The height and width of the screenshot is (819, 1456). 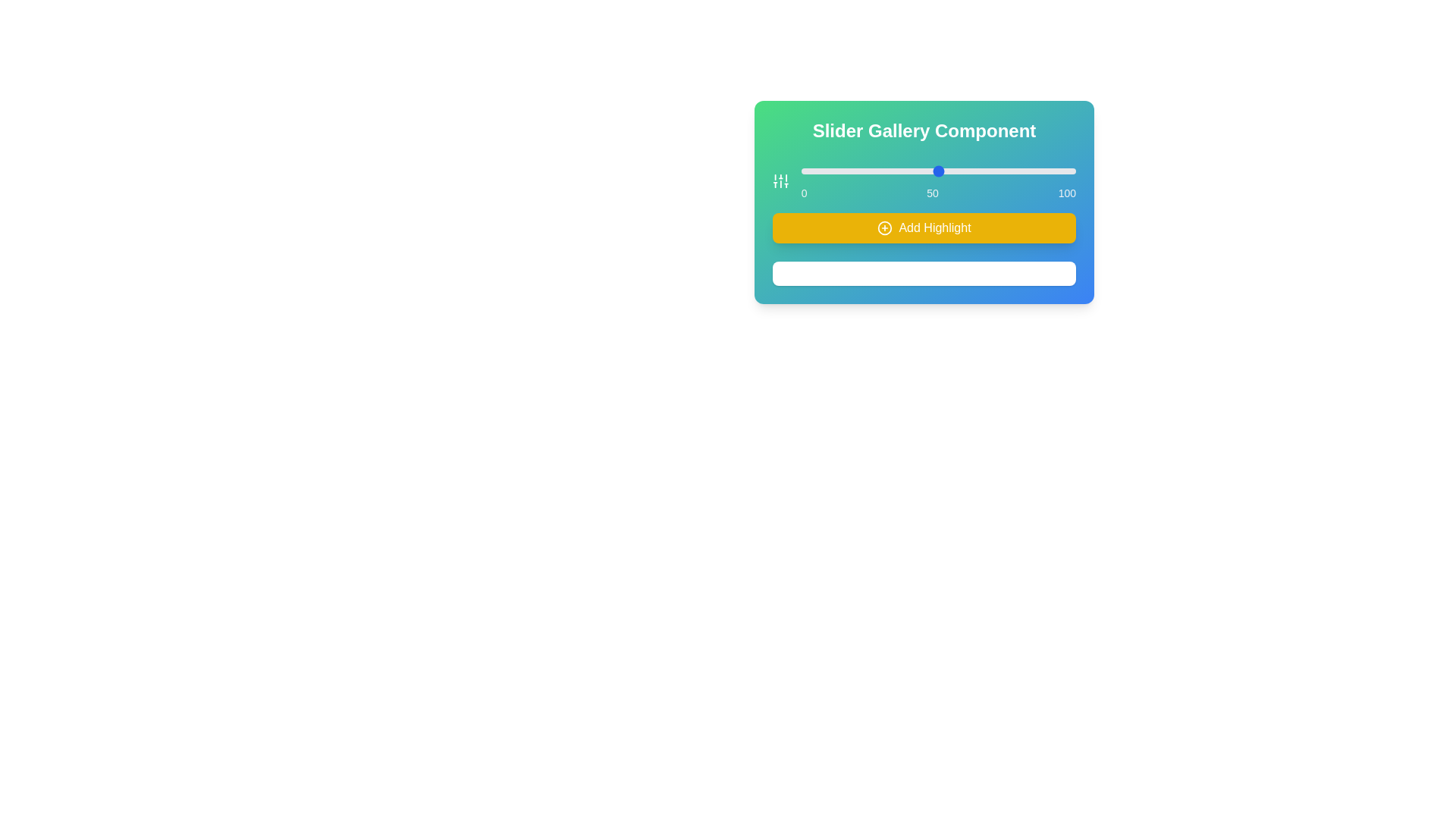 I want to click on the 'Add Highlight' button in the Composite Component, so click(x=924, y=201).